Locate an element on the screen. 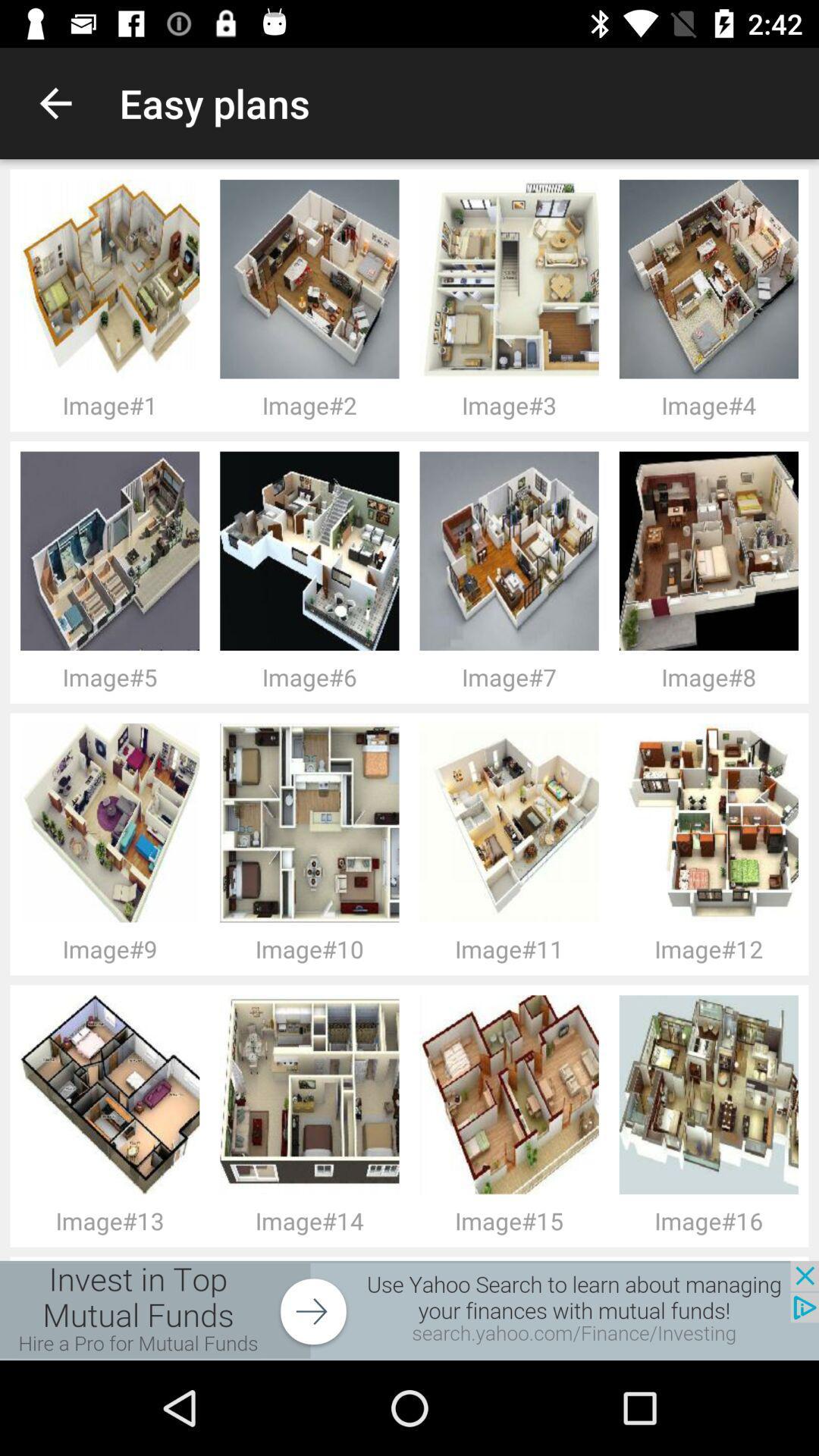 This screenshot has width=819, height=1456. the fourth image from left in second row is located at coordinates (714, 550).